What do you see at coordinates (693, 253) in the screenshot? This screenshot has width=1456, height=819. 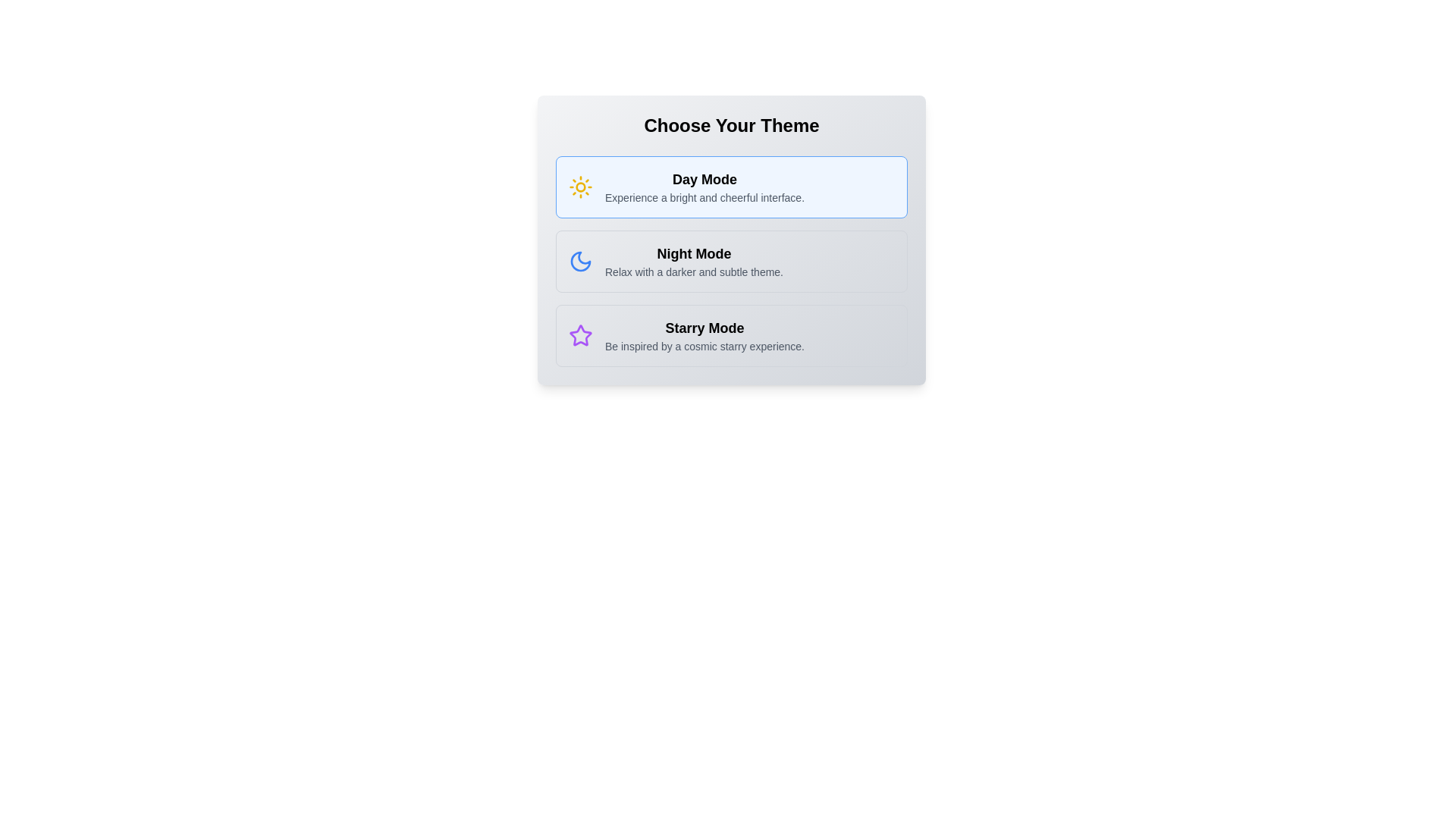 I see `the text label that states 'Night Mode', which is styled in bold and a larger font, positioned between 'Day Mode' and descriptive text about the theme` at bounding box center [693, 253].